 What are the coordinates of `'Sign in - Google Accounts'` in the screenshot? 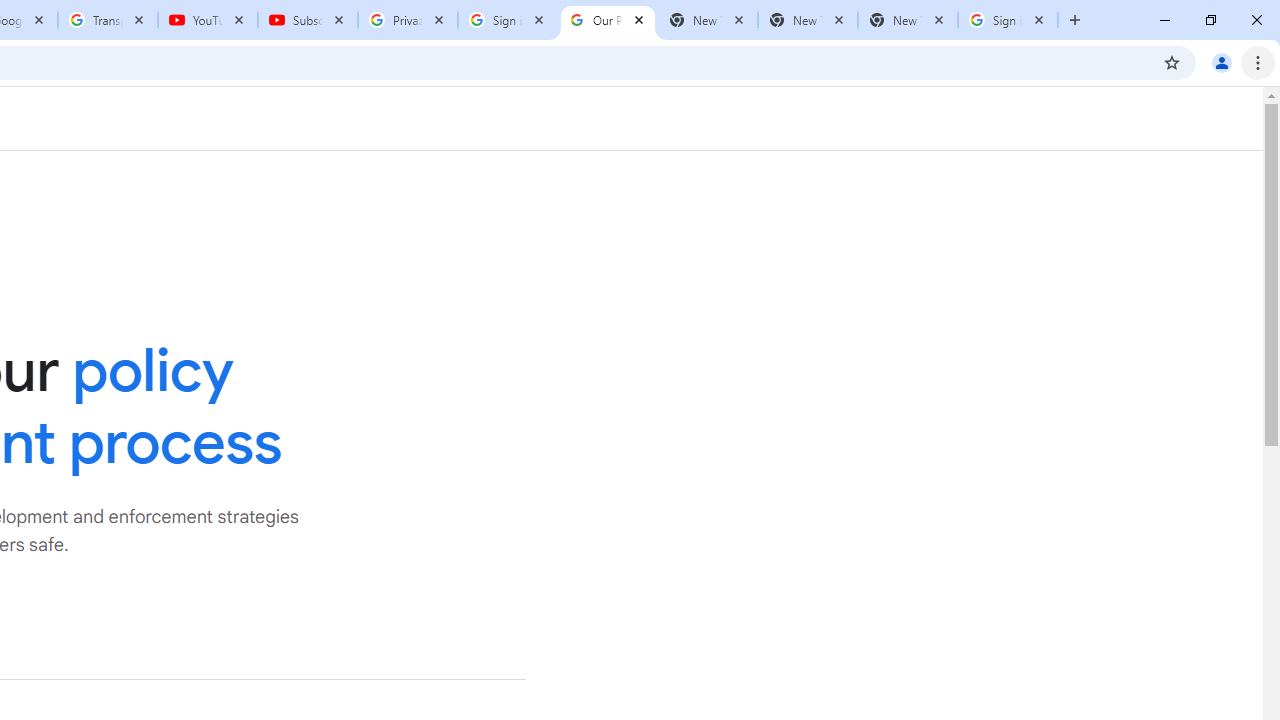 It's located at (508, 20).